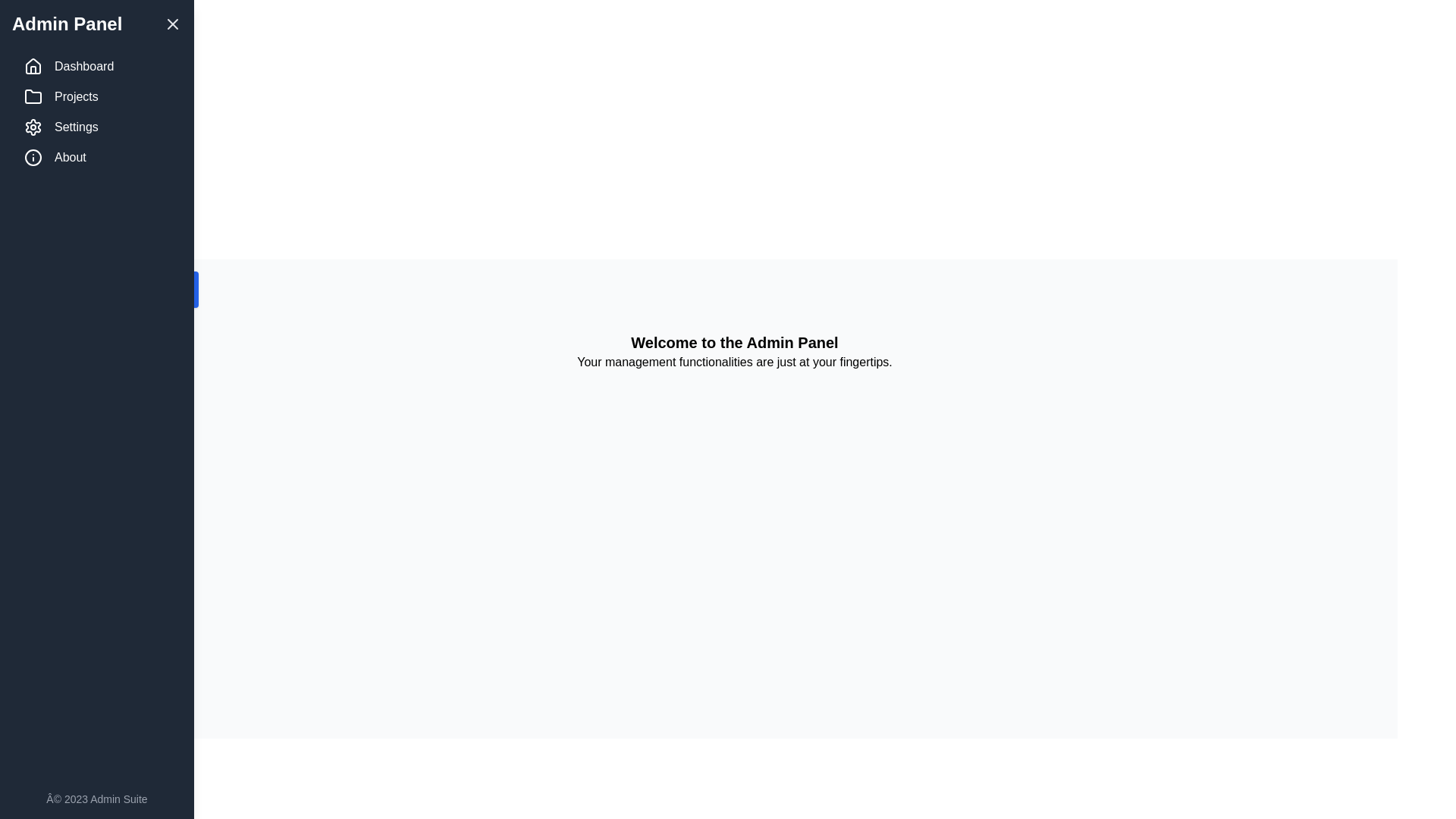 Image resolution: width=1456 pixels, height=819 pixels. Describe the element at coordinates (172, 24) in the screenshot. I see `the close button located at the far right of the 'Admin Panel' header` at that location.